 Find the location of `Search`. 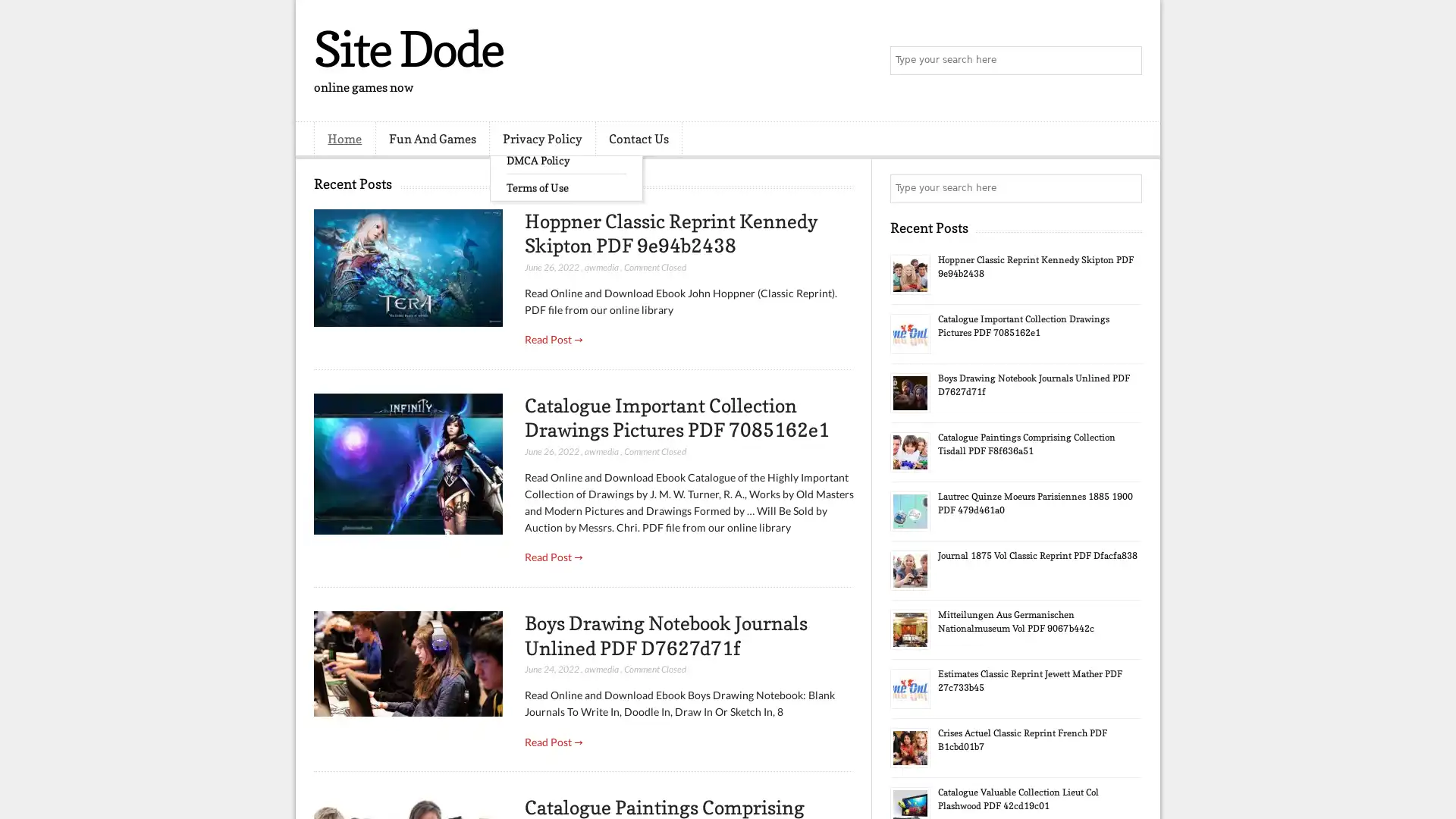

Search is located at coordinates (1126, 61).